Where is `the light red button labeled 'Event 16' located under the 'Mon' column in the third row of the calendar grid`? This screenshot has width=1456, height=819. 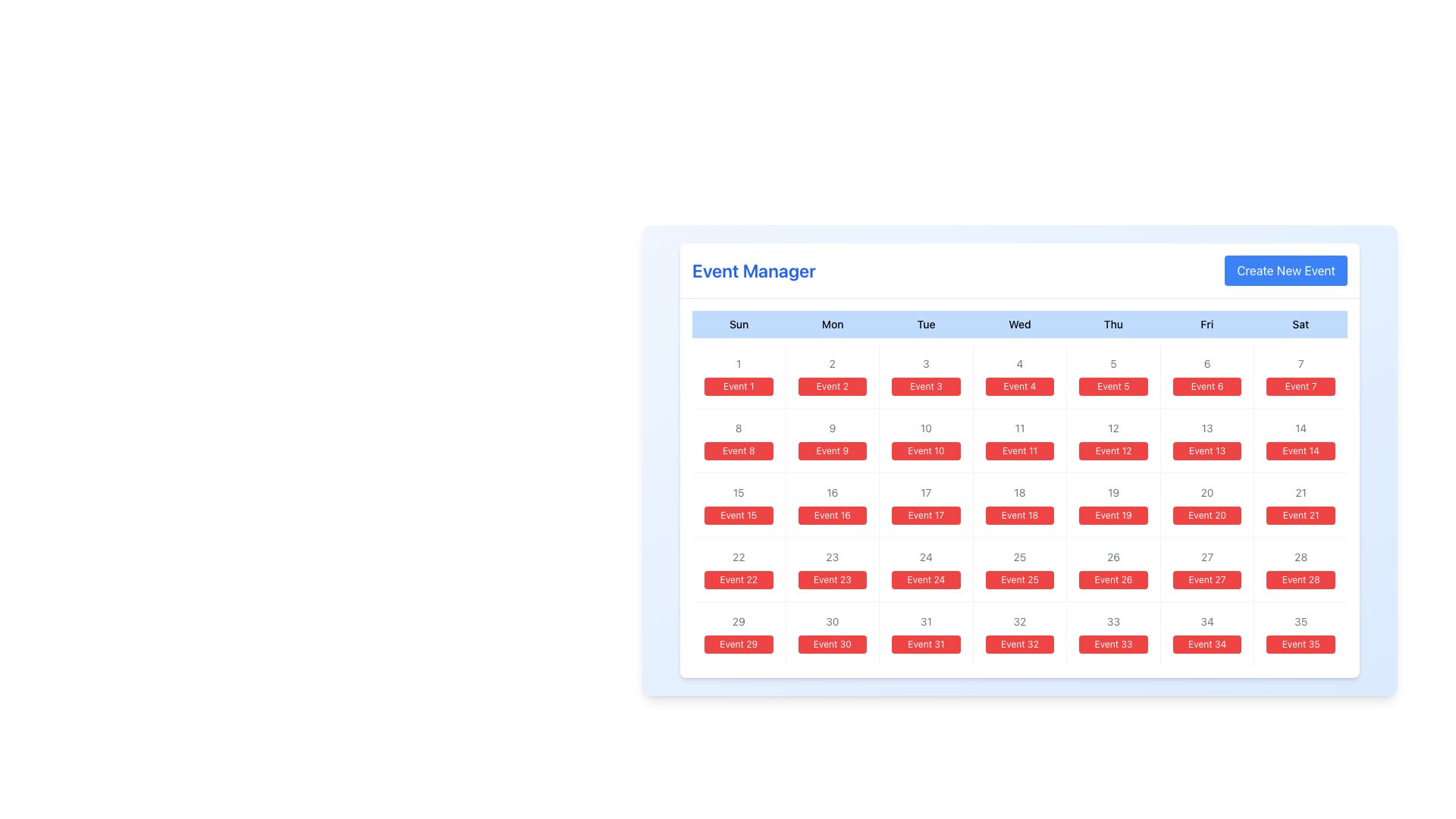
the light red button labeled 'Event 16' located under the 'Mon' column in the third row of the calendar grid is located at coordinates (831, 505).